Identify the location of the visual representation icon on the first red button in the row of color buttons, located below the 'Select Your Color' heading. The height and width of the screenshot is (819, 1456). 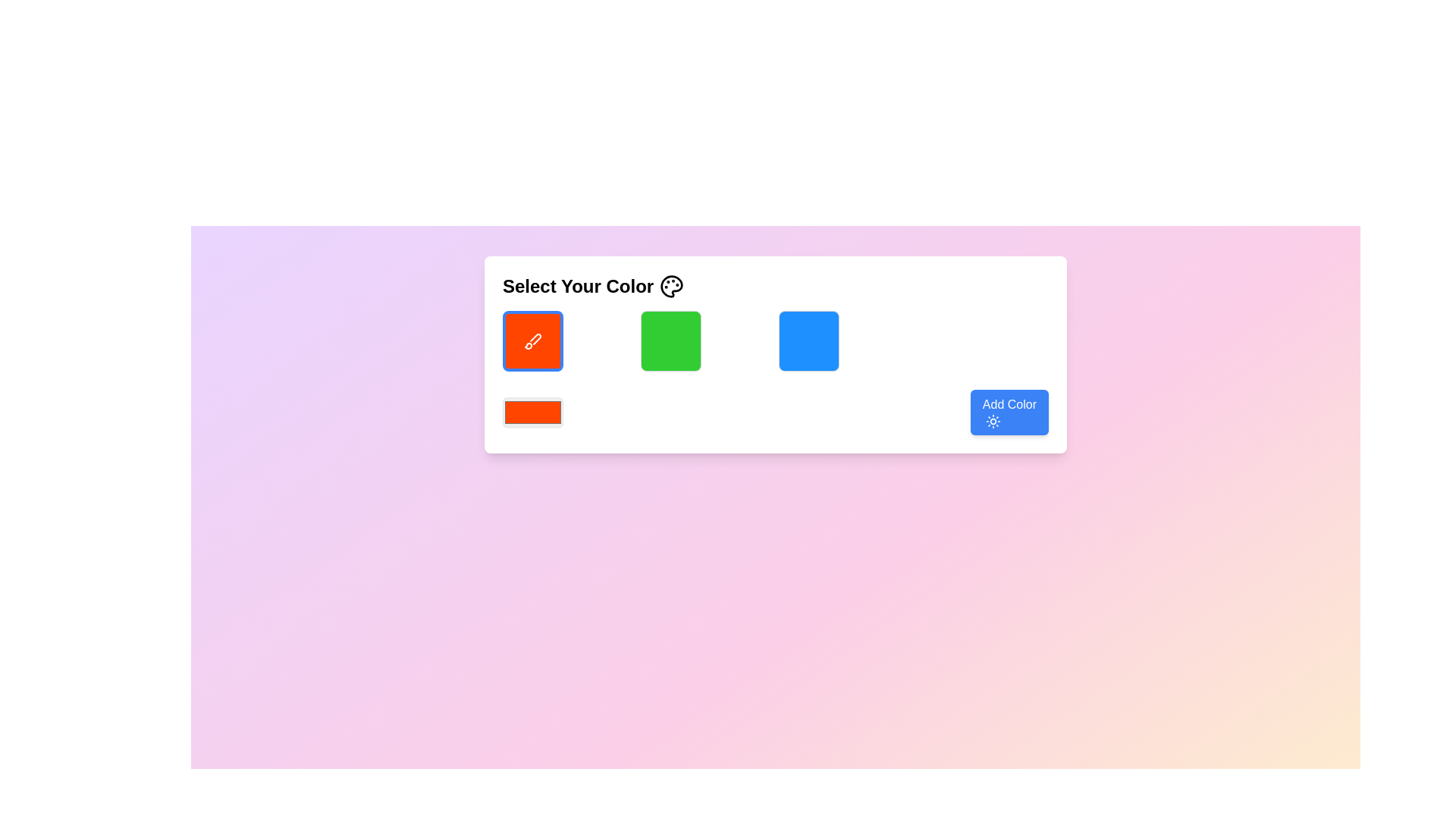
(535, 338).